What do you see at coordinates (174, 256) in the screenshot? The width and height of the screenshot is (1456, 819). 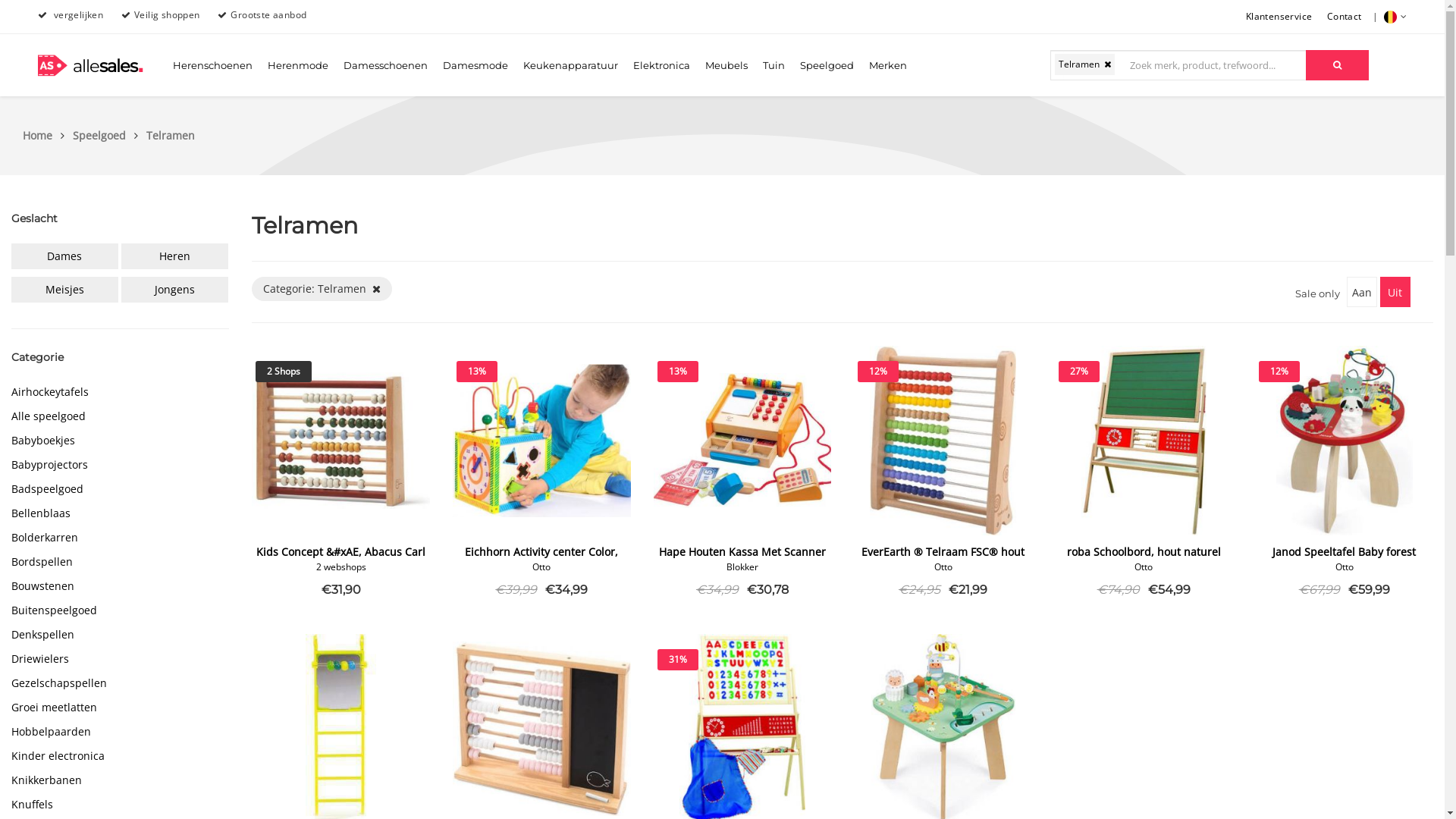 I see `'Heren'` at bounding box center [174, 256].